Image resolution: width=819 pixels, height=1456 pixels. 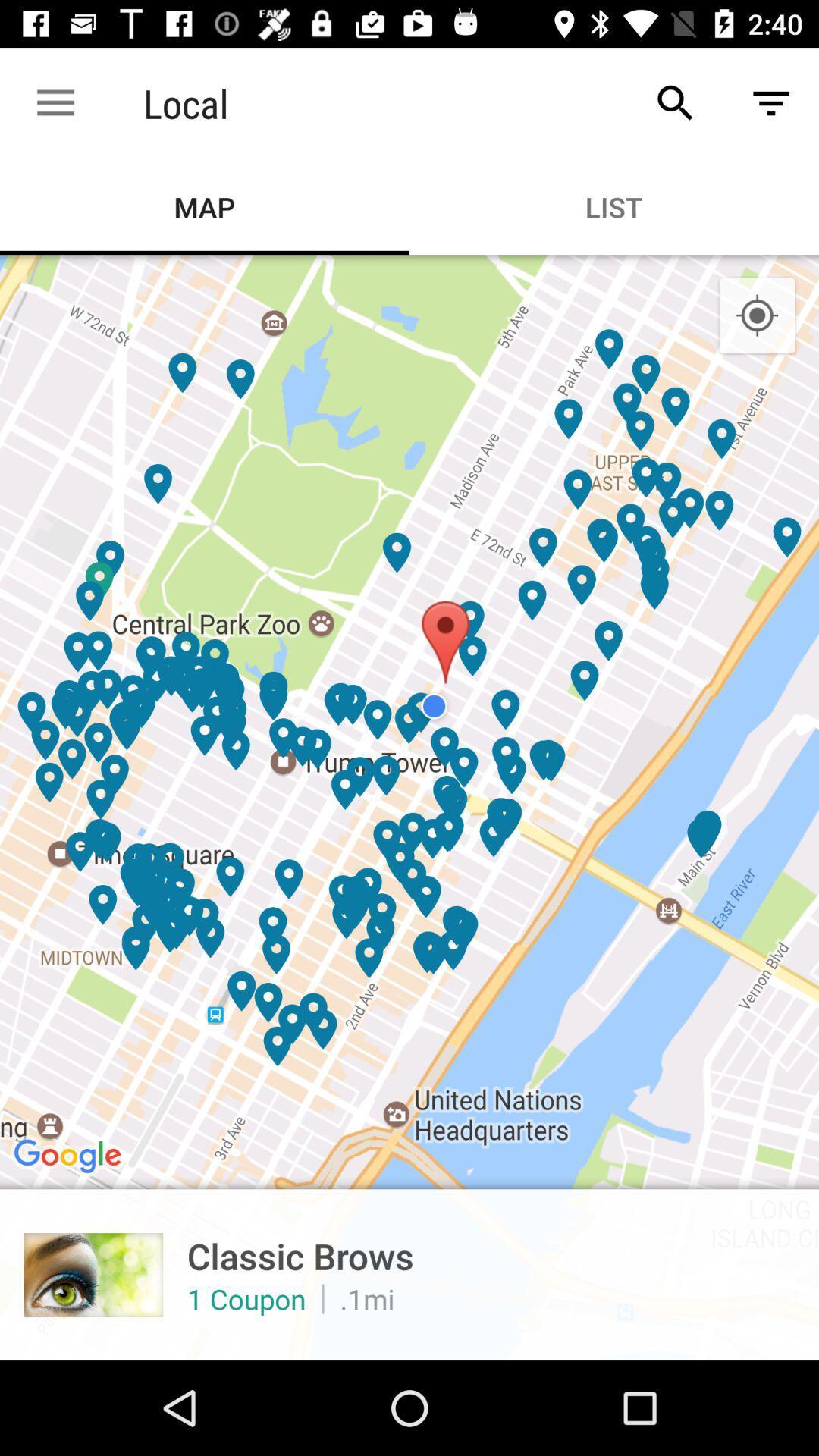 I want to click on the location_crosshair icon, so click(x=757, y=315).